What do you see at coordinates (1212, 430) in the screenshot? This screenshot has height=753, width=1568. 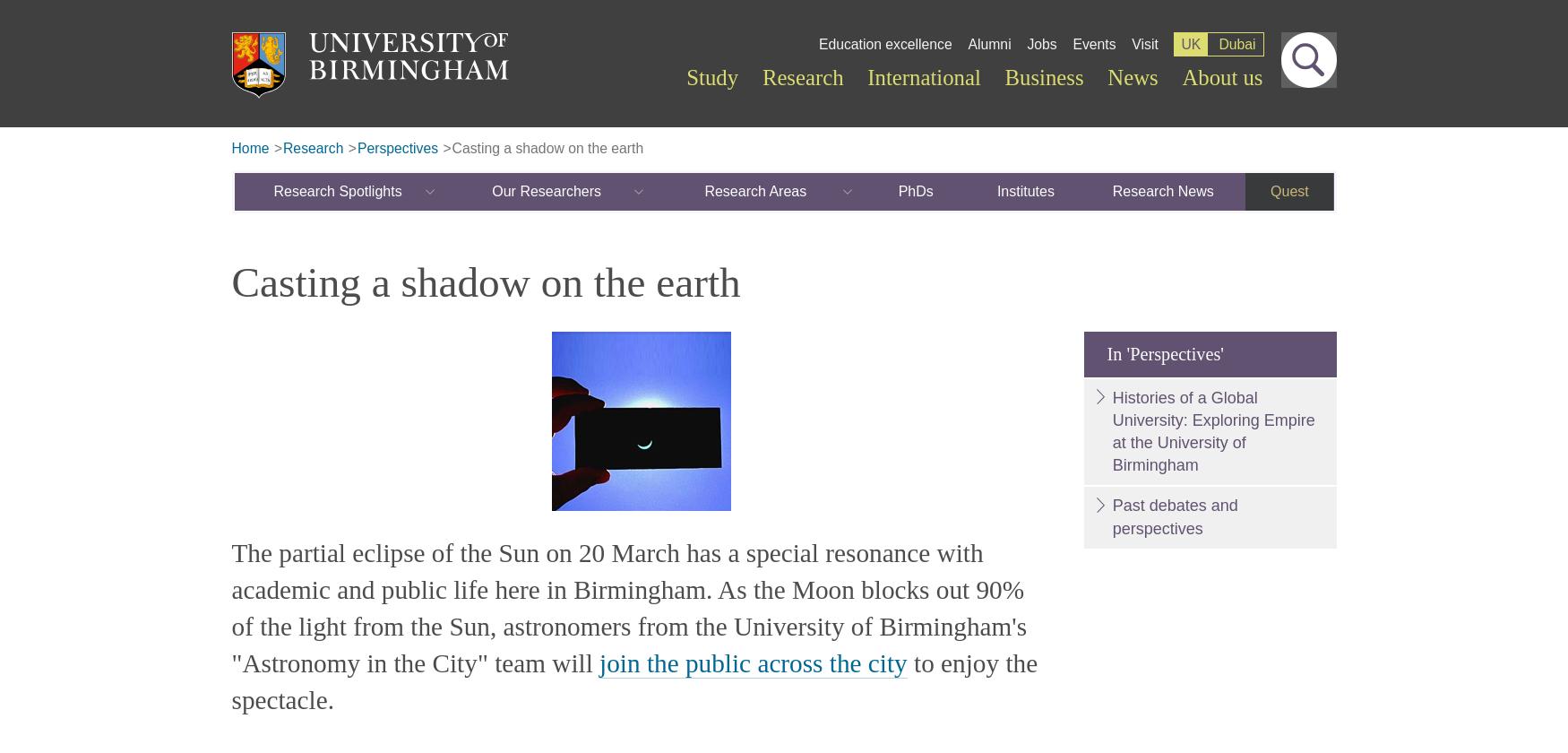 I see `'Histories of a Global University: Exploring Empire at the University of Birmingham'` at bounding box center [1212, 430].